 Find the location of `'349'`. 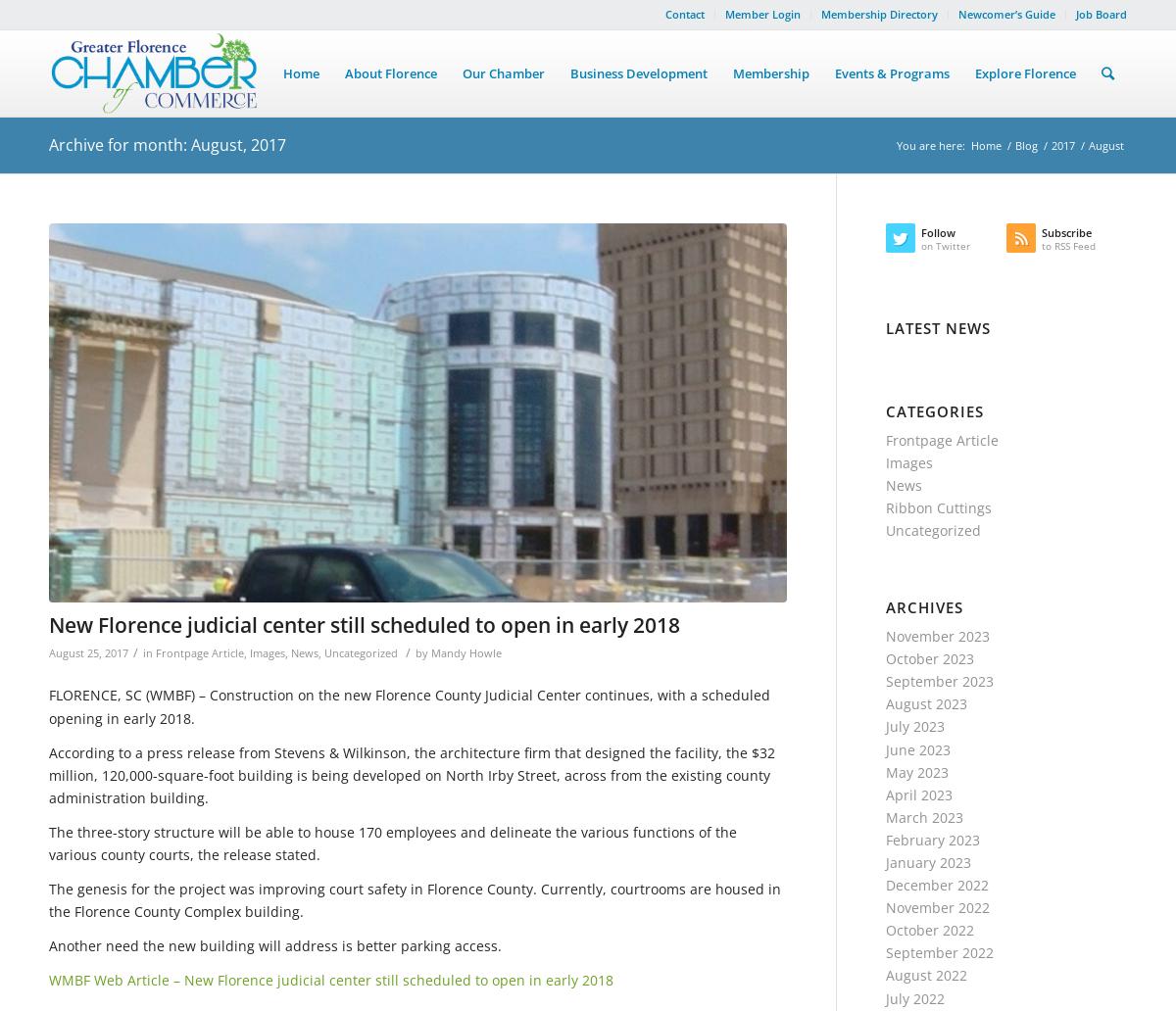

'349' is located at coordinates (514, 232).